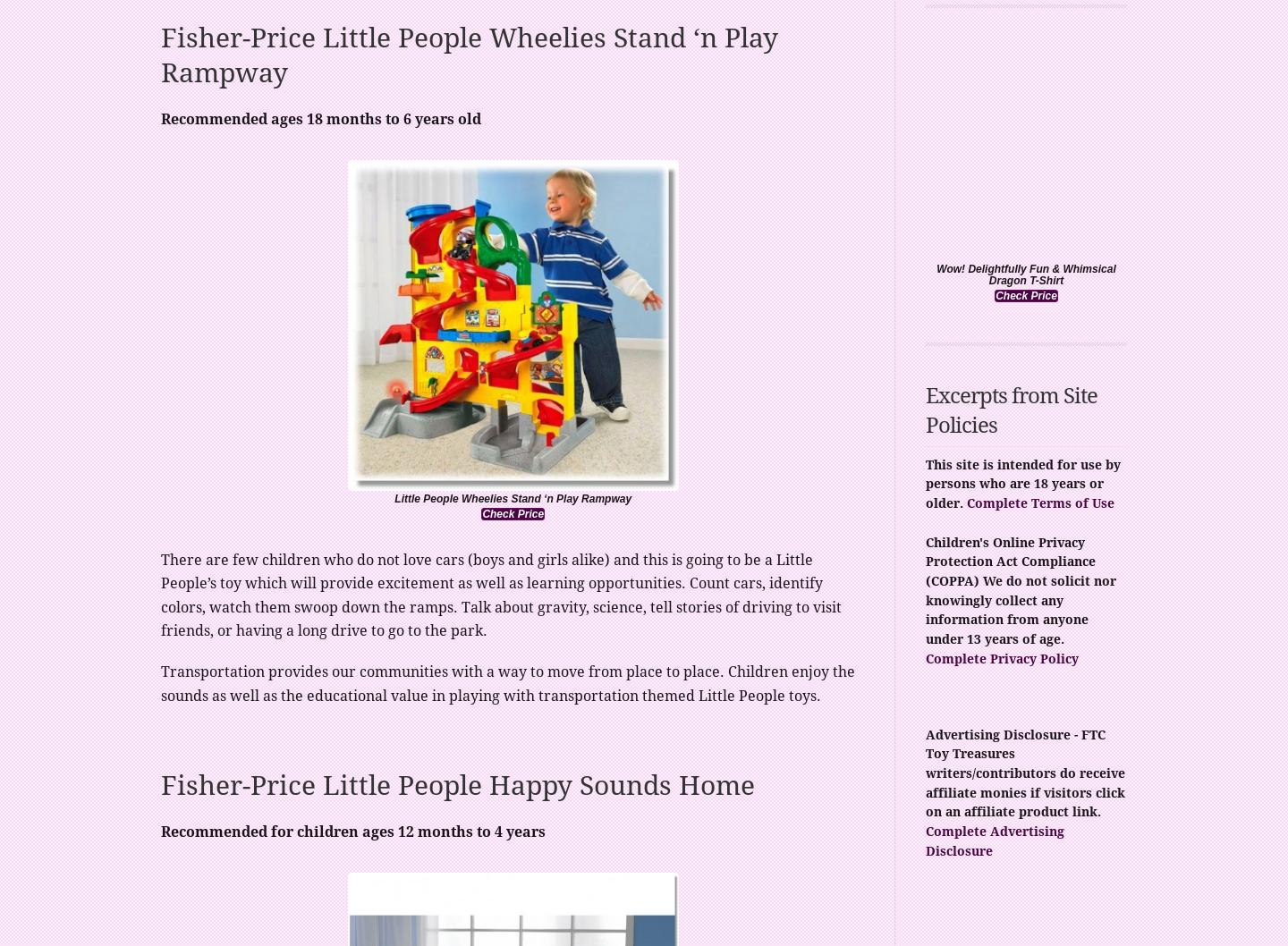 This screenshot has height=946, width=1288. I want to click on 'Complete Terms of Use', so click(1040, 503).